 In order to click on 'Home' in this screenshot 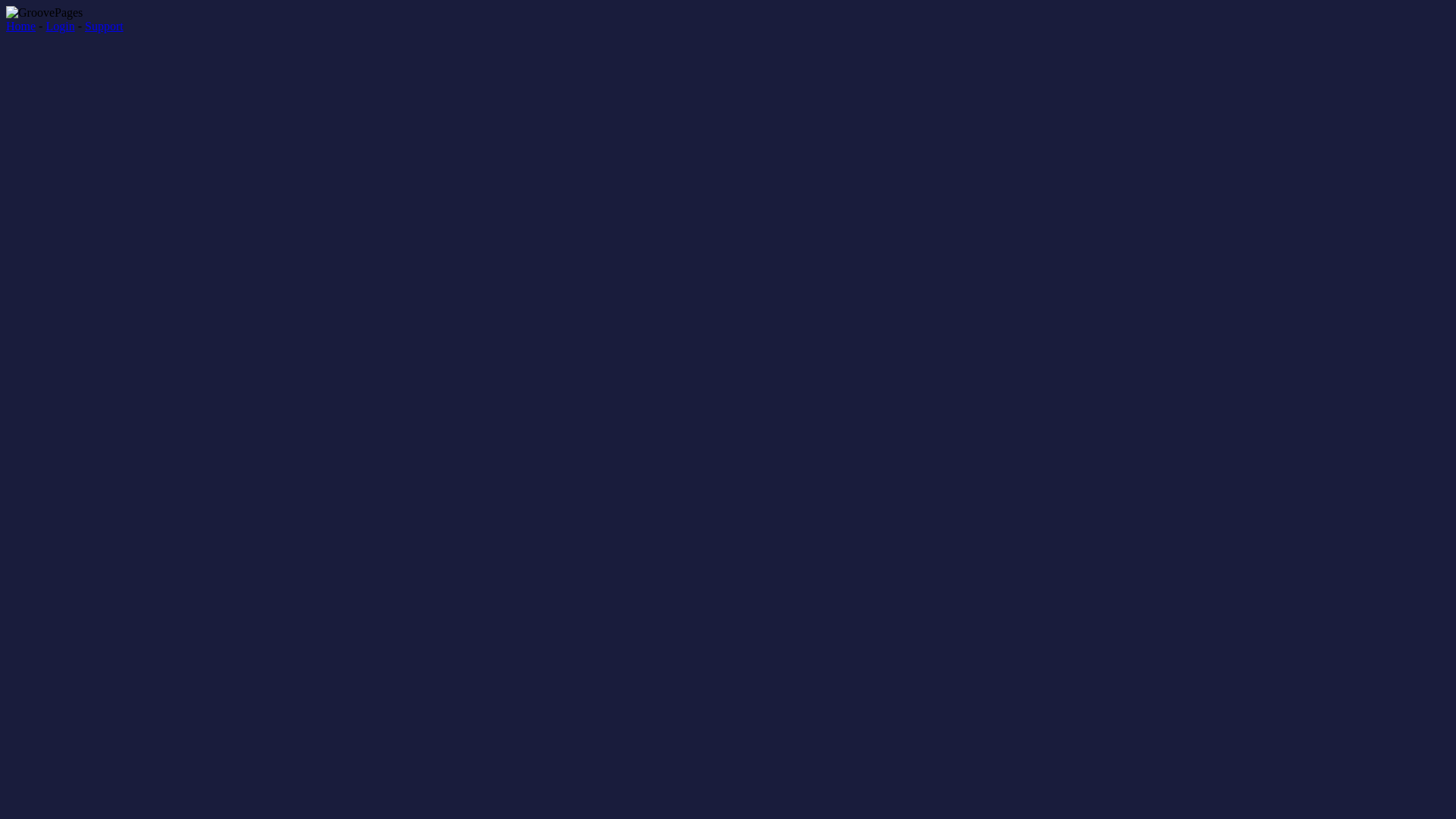, I will do `click(20, 26)`.